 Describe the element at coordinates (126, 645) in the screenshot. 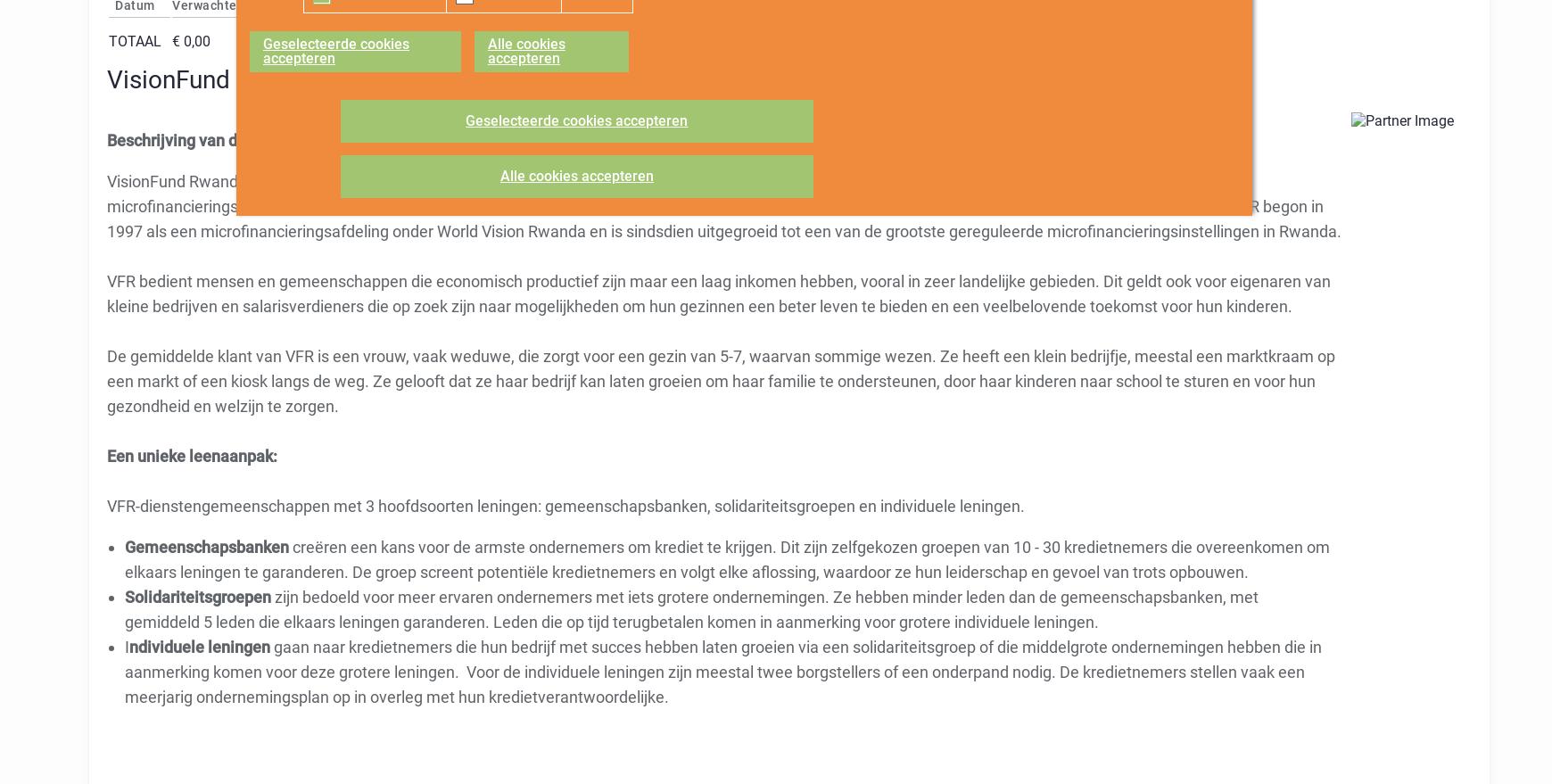

I see `'I'` at that location.